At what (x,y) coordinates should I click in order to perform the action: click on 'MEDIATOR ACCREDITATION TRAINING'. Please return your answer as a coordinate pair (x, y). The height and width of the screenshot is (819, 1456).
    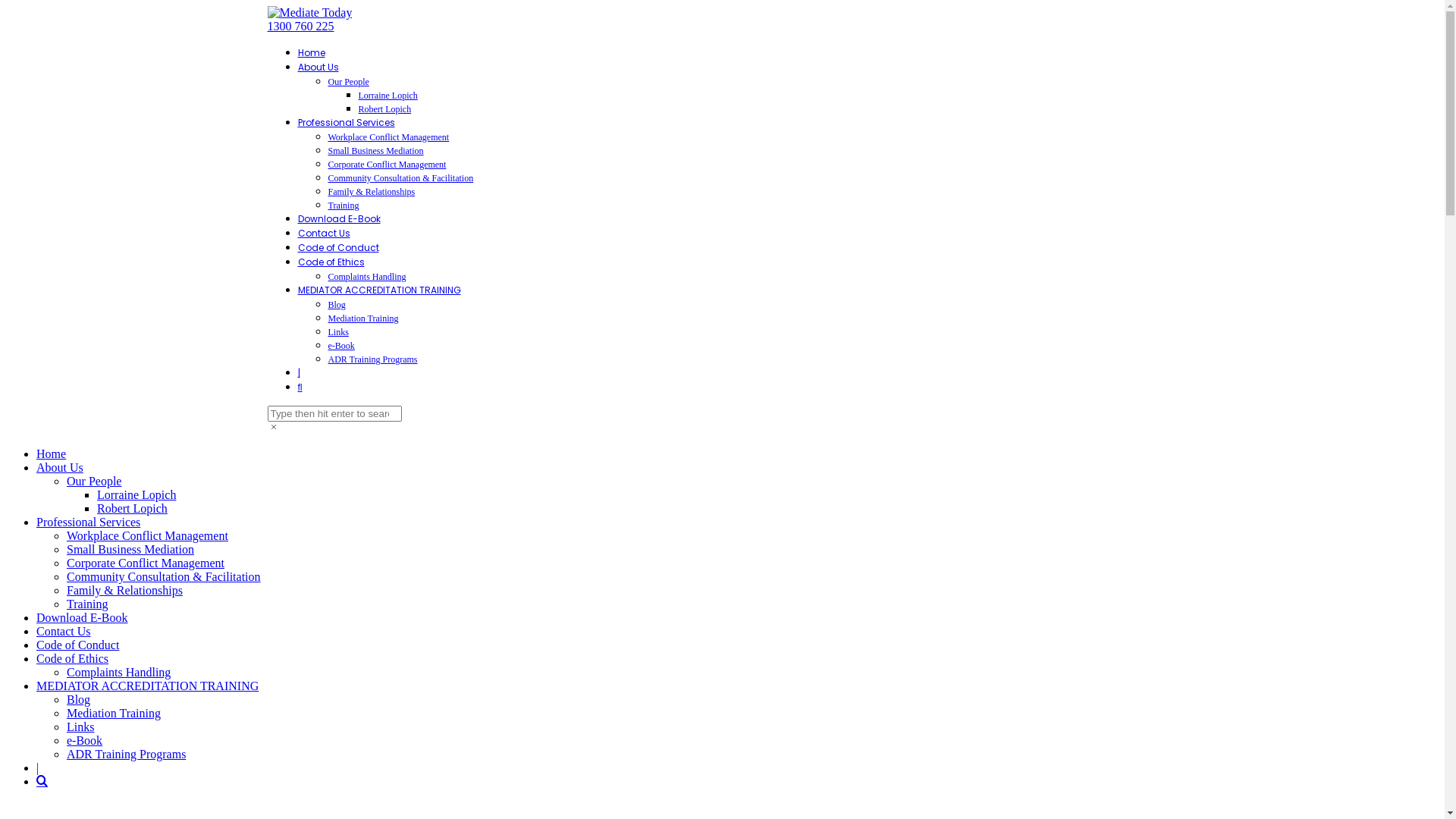
    Looking at the image, I should click on (147, 686).